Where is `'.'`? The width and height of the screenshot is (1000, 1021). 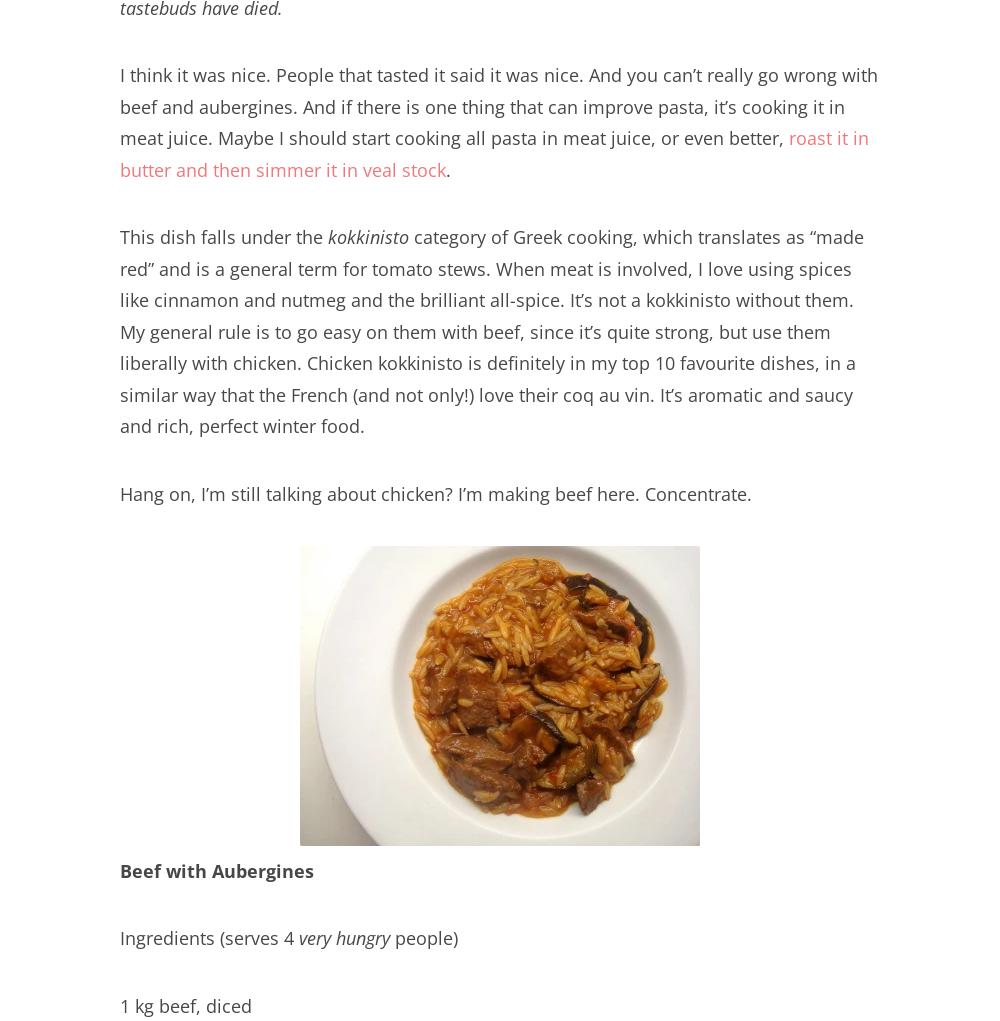
'.' is located at coordinates (447, 167).